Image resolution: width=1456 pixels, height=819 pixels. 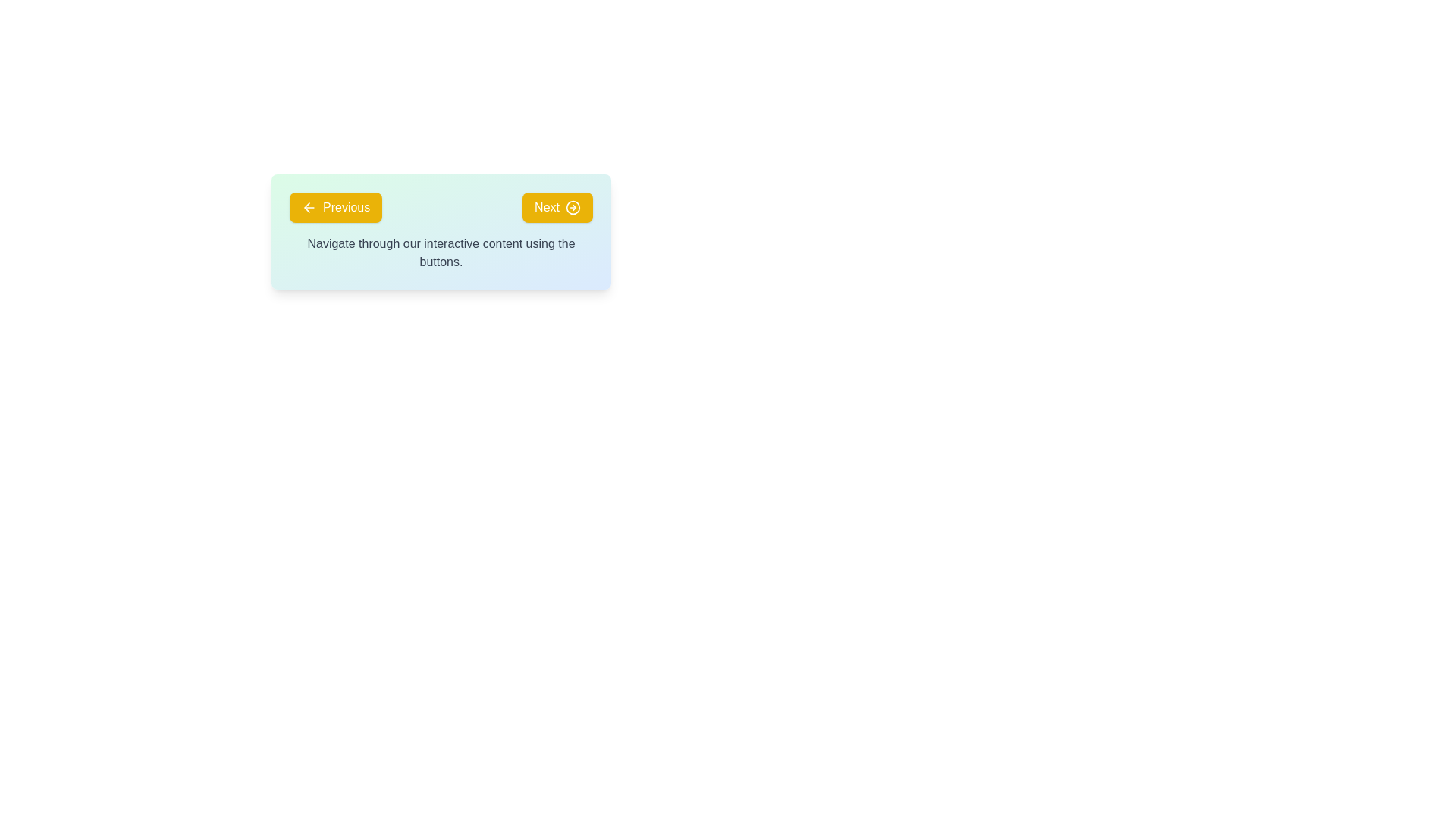 What do you see at coordinates (572, 207) in the screenshot?
I see `the circular button-like icon with a hollow circle and an arrow pointing right, which is` at bounding box center [572, 207].